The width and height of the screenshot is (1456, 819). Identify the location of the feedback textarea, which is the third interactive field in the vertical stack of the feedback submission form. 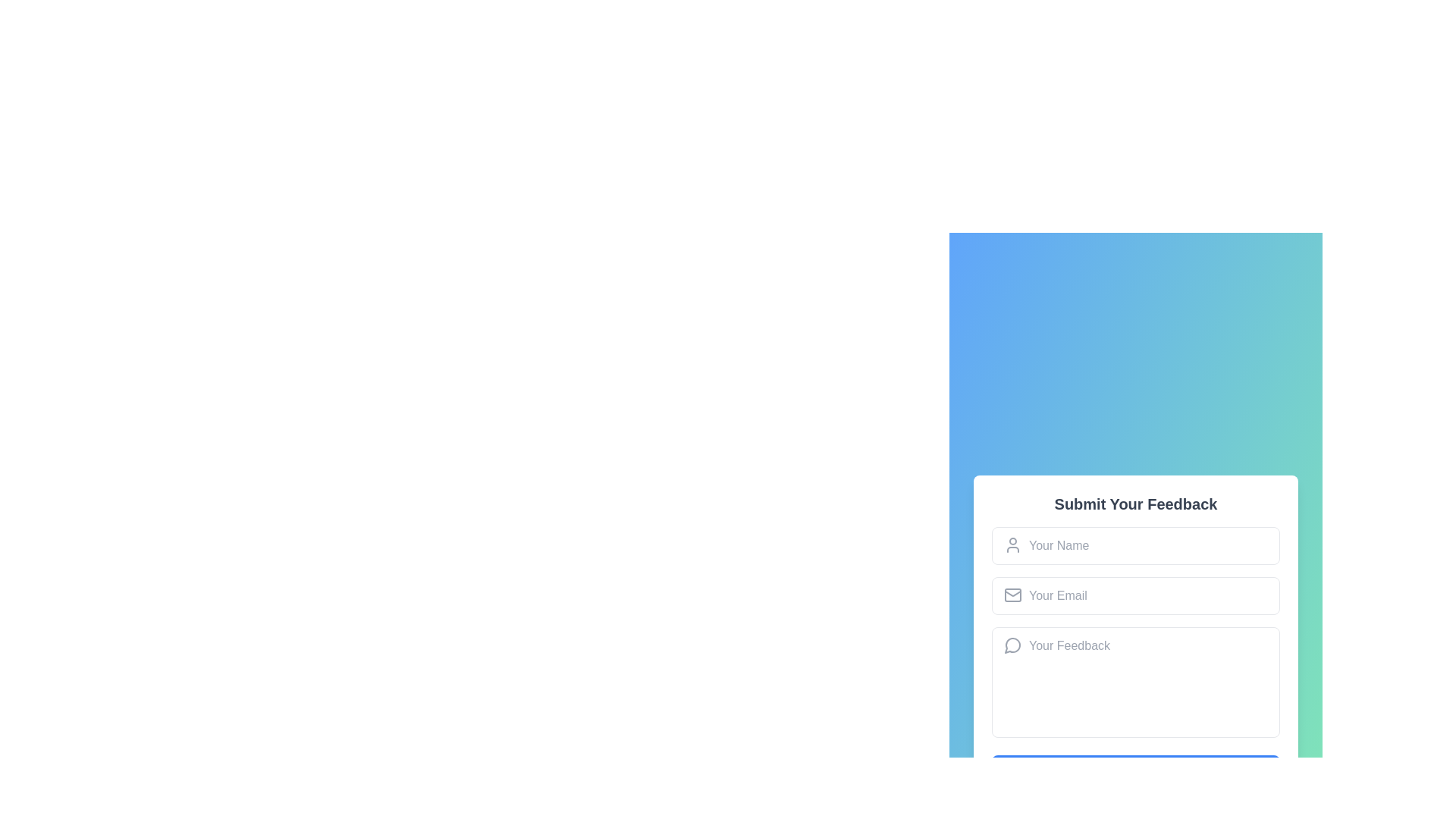
(1135, 684).